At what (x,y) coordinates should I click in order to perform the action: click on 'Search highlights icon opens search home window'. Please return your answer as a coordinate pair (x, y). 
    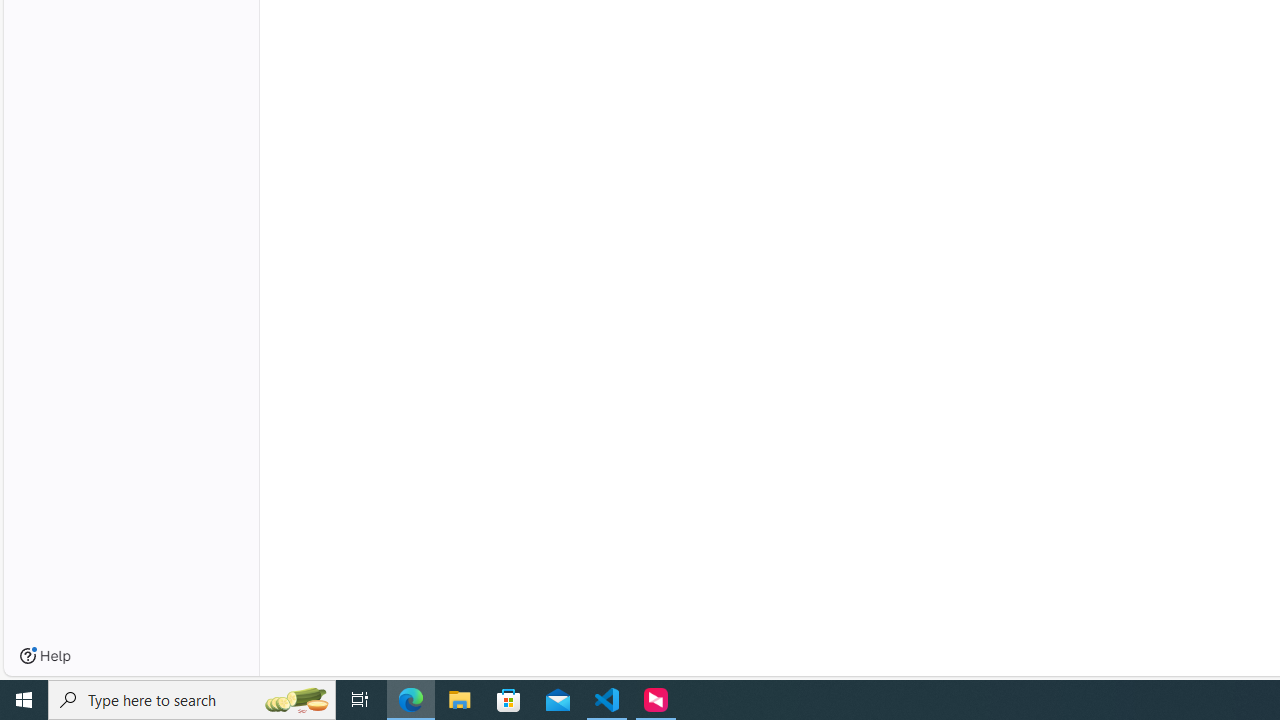
    Looking at the image, I should click on (294, 698).